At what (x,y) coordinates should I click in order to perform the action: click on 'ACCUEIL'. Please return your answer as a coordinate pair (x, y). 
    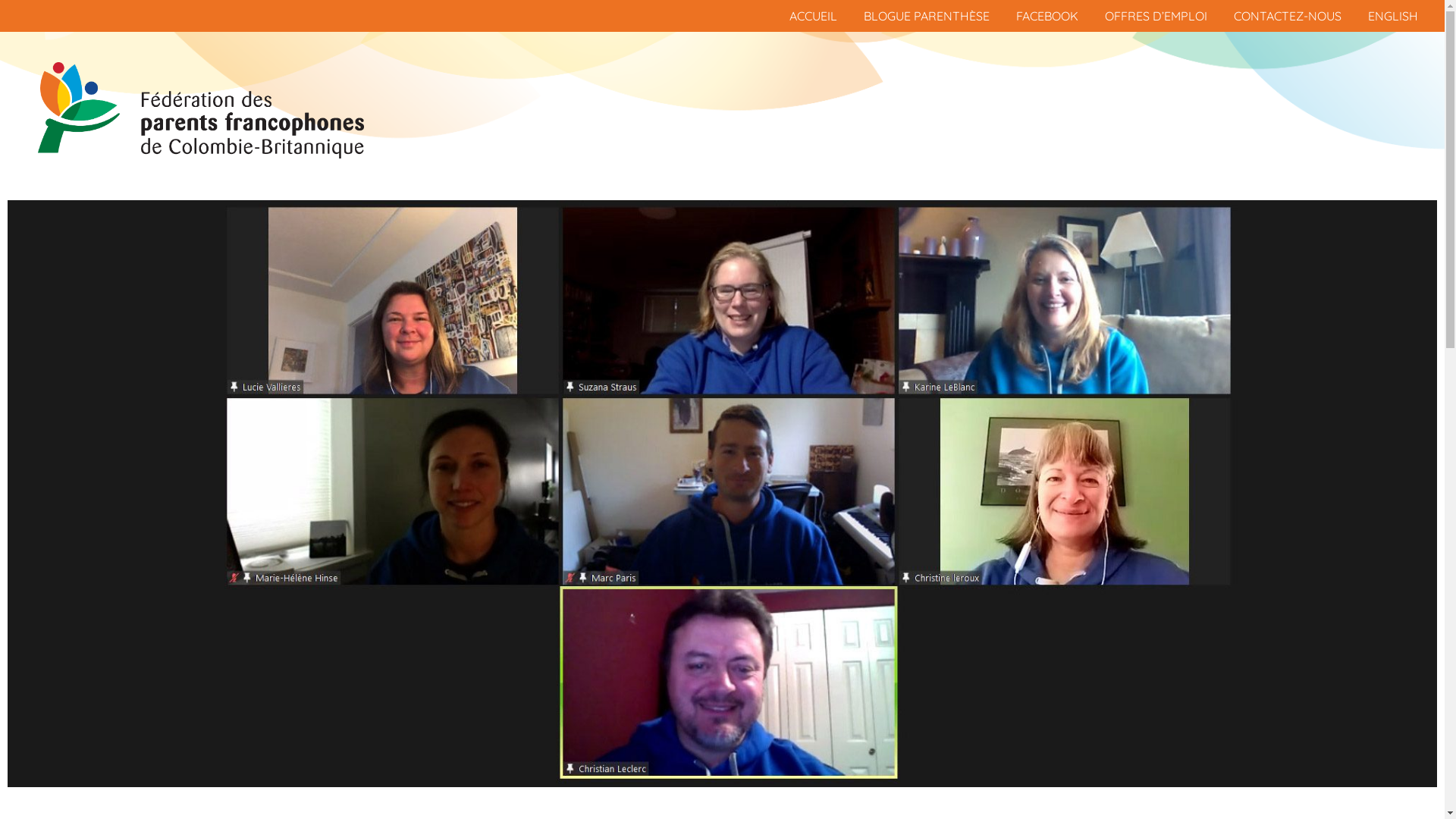
    Looking at the image, I should click on (812, 15).